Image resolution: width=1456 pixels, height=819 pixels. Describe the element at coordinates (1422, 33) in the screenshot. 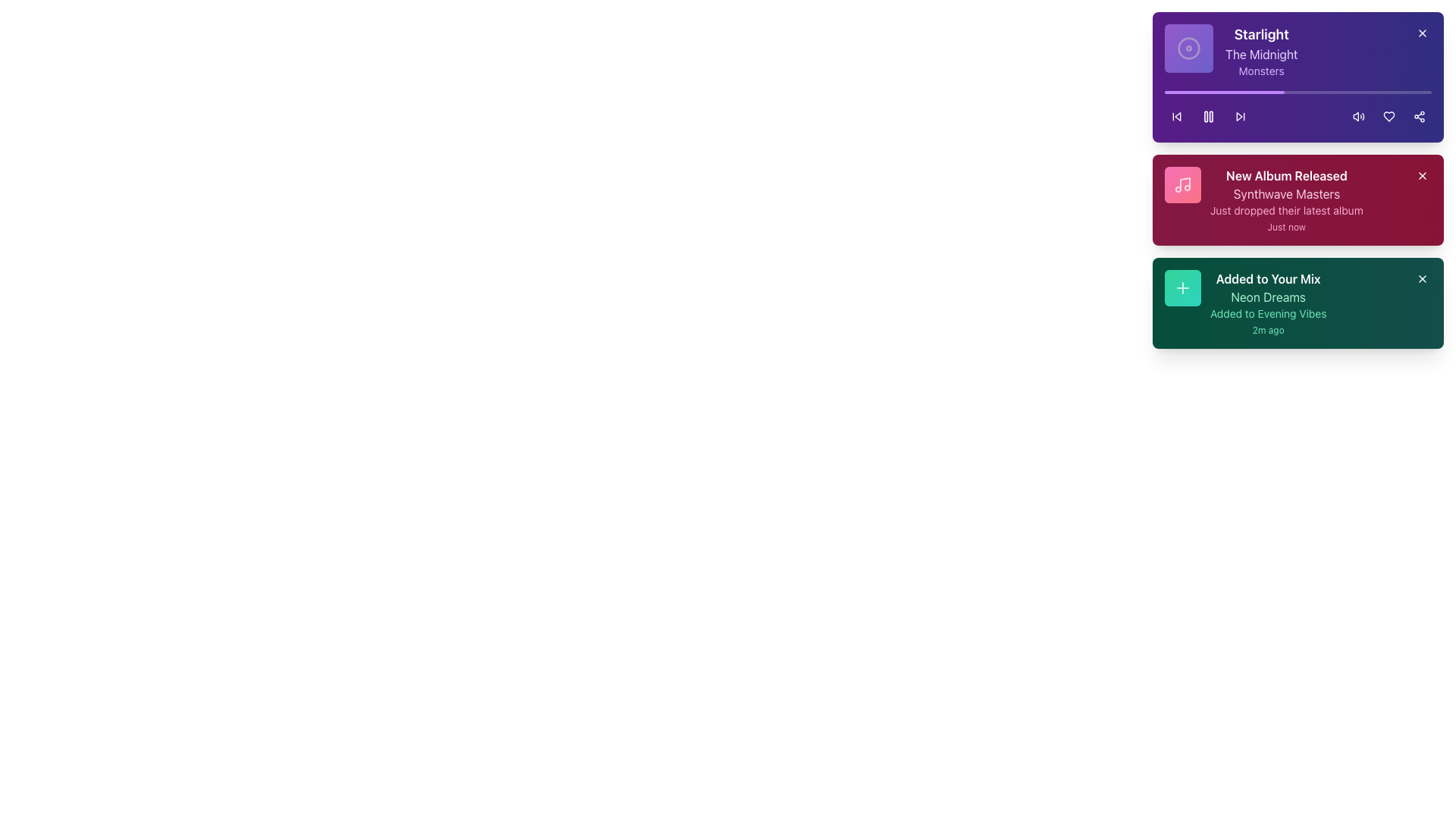

I see `the dismiss button located in the top-right corner of the card displaying the track 'Starlight' by 'The Midnight'` at that location.